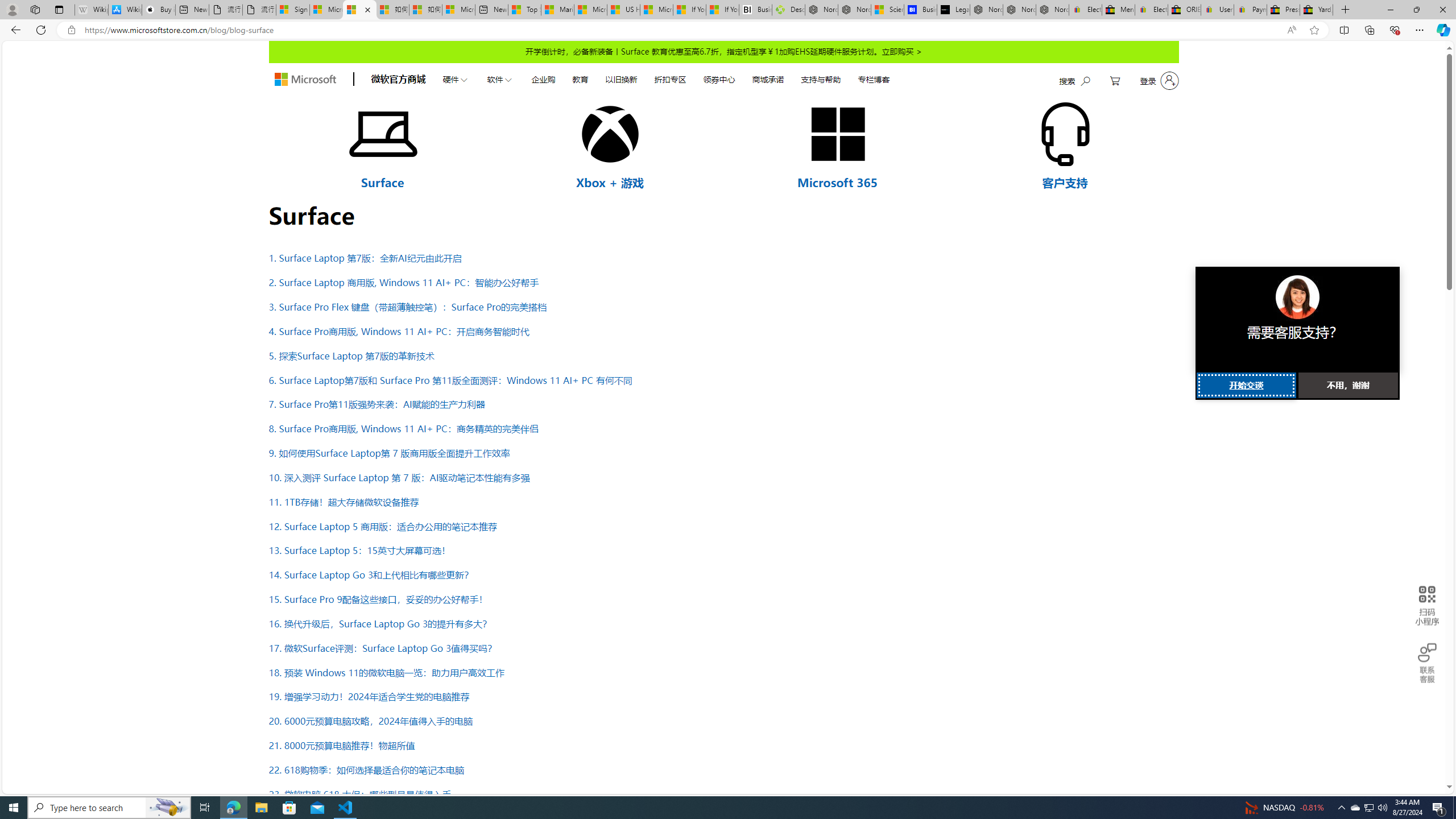  I want to click on 'Buy iPad - Apple', so click(158, 9).